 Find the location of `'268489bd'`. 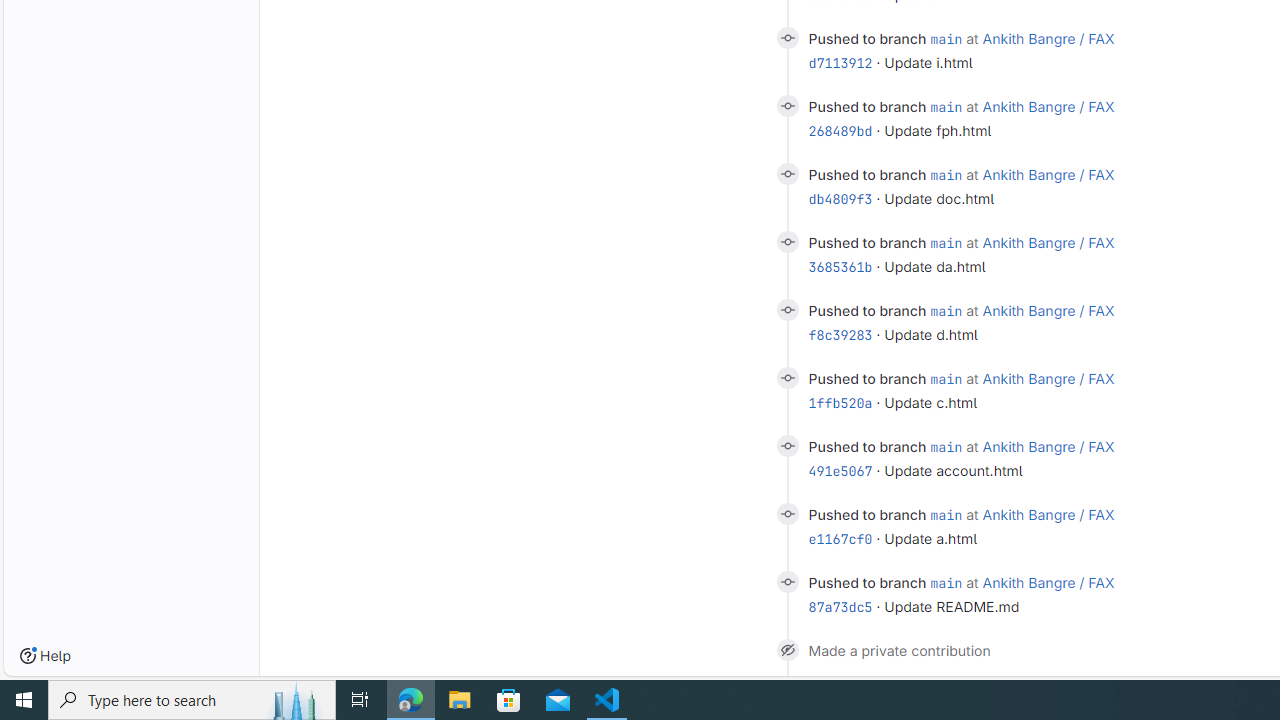

'268489bd' is located at coordinates (840, 130).